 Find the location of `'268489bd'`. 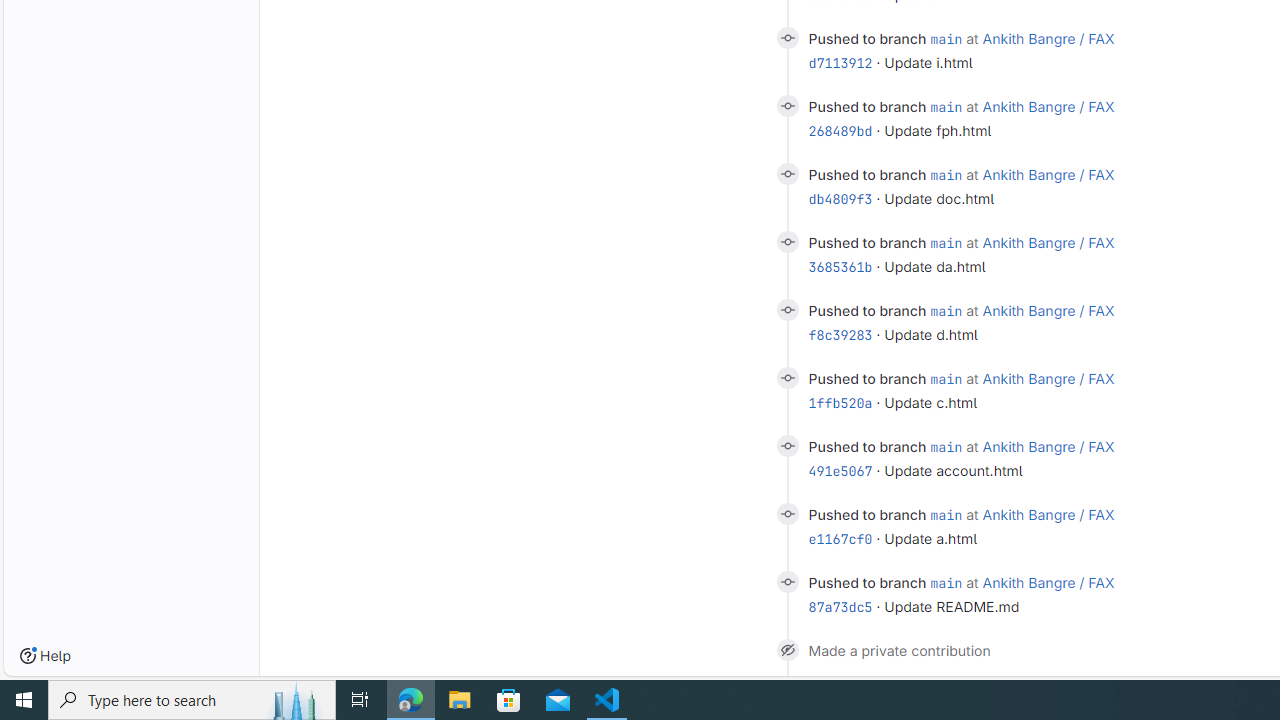

'268489bd' is located at coordinates (840, 130).